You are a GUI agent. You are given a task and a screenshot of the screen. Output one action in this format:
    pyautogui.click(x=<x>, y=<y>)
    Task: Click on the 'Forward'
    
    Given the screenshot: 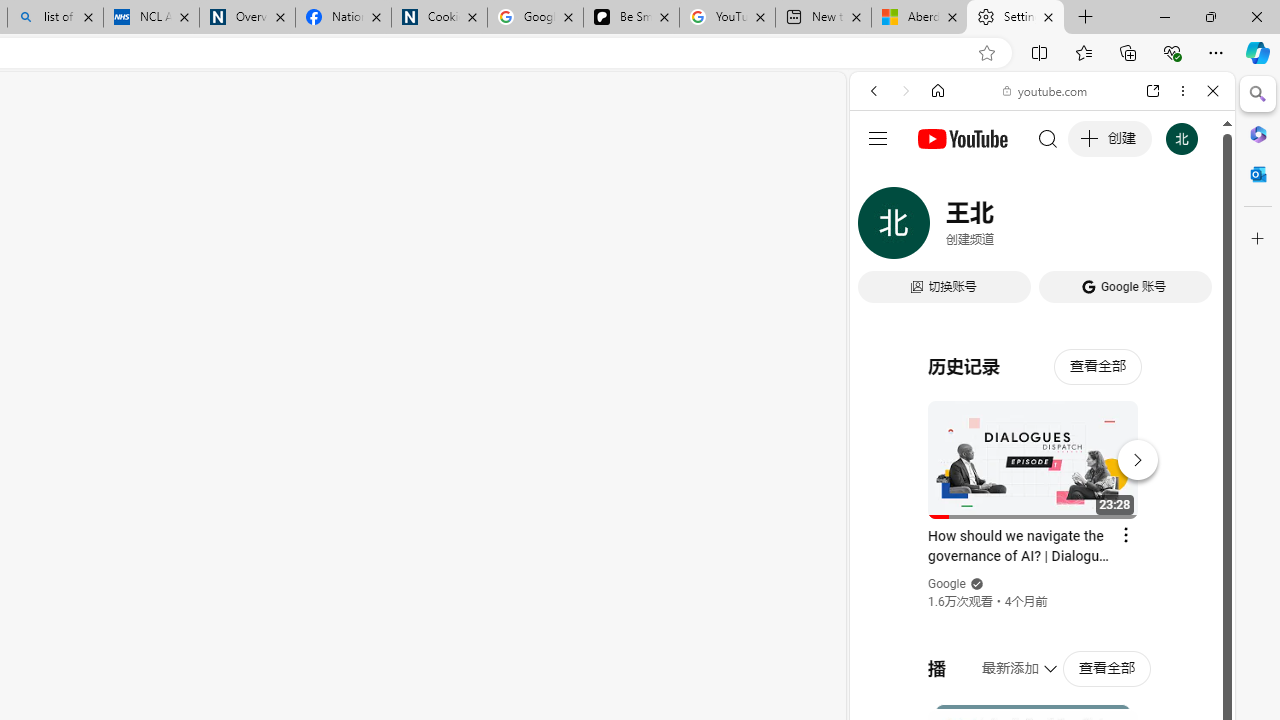 What is the action you would take?
    pyautogui.click(x=905, y=91)
    